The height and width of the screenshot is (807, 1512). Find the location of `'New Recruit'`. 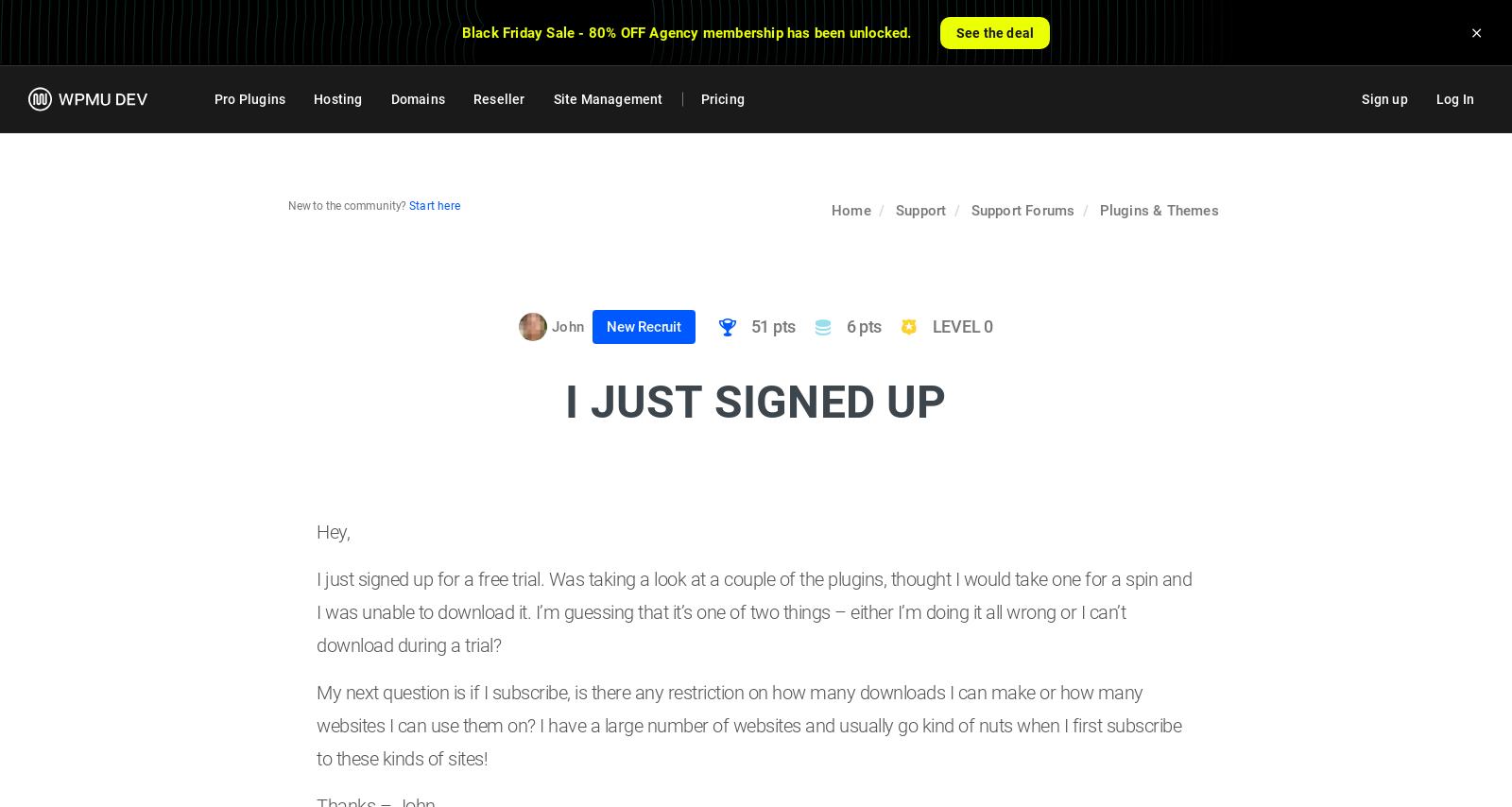

'New Recruit' is located at coordinates (606, 327).